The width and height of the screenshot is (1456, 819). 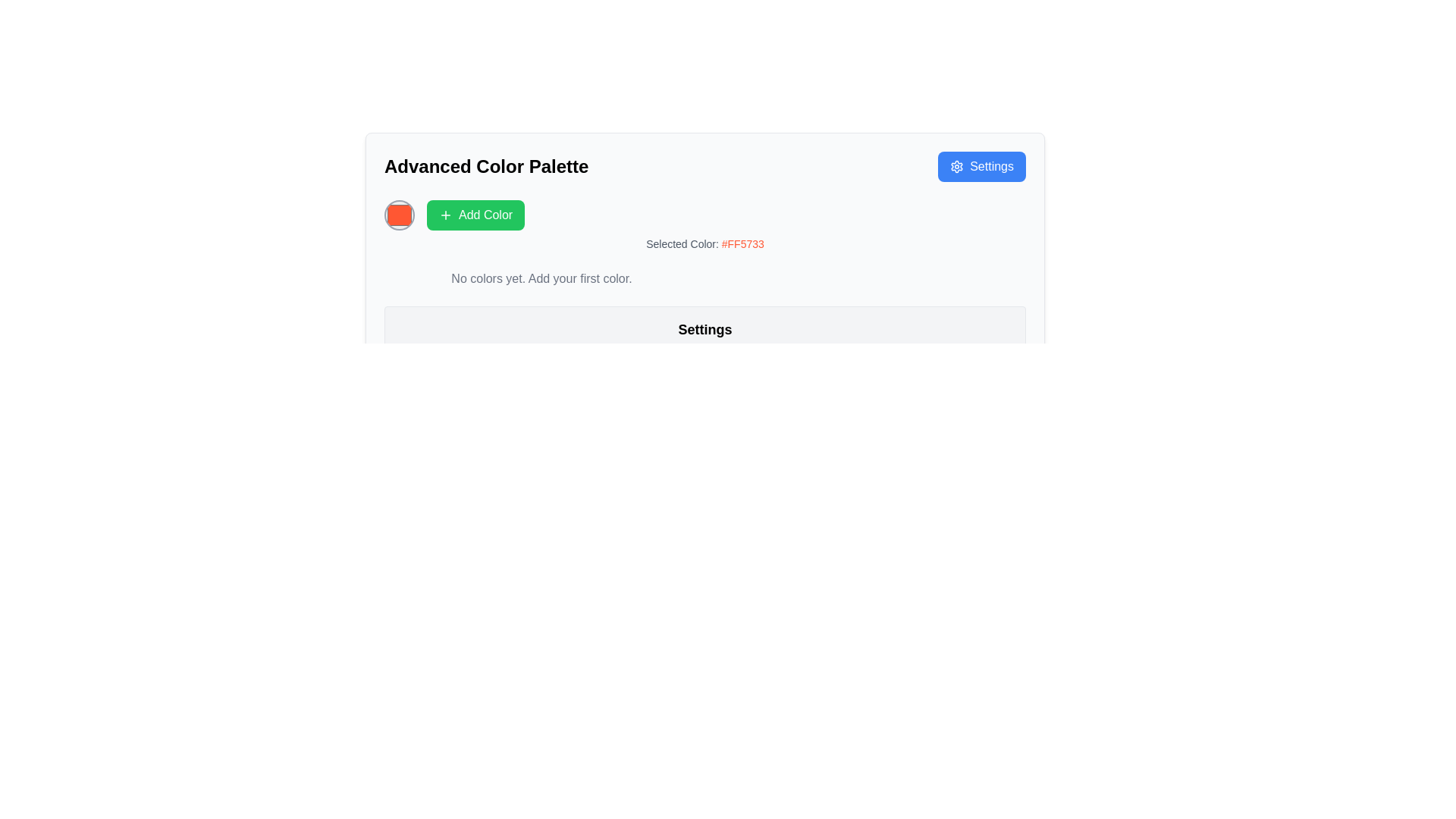 What do you see at coordinates (541, 278) in the screenshot?
I see `informational text that indicates no colors have been added yet, located beneath the green 'Add Color' button and the selected color code display` at bounding box center [541, 278].